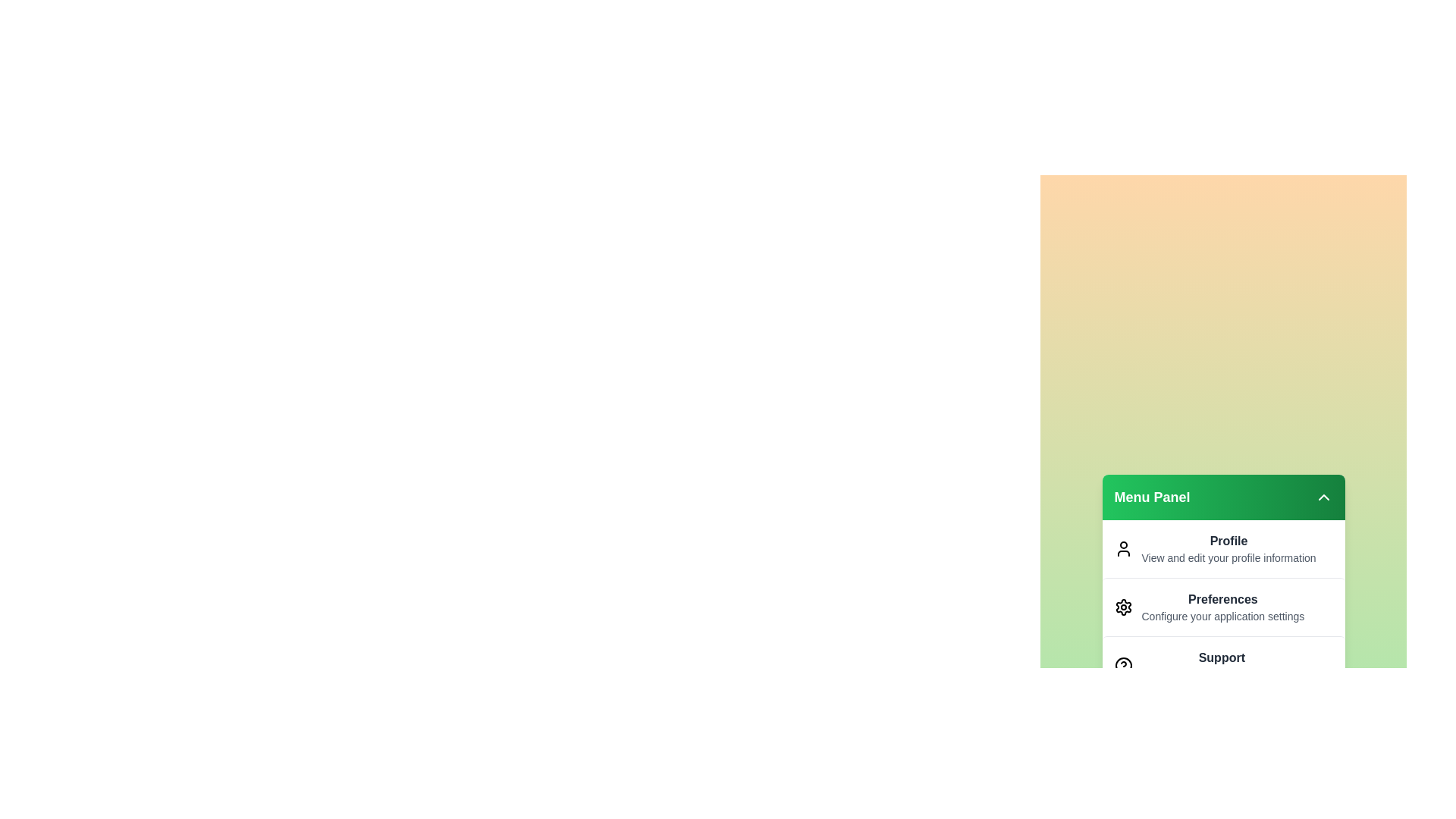 This screenshot has height=819, width=1456. I want to click on the menu item Profile, so click(1223, 549).